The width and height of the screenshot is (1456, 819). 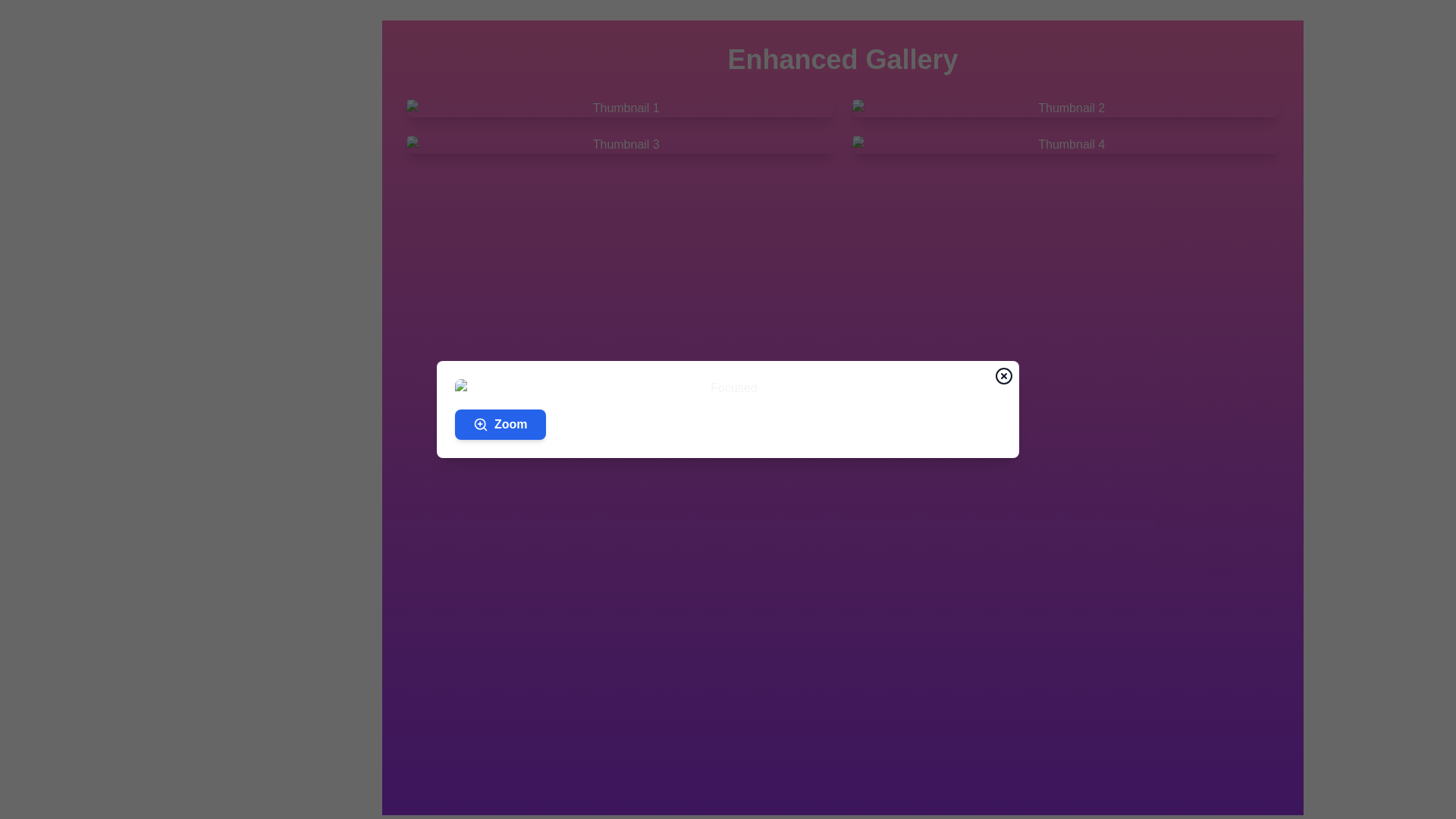 What do you see at coordinates (620, 145) in the screenshot?
I see `the third thumbnail item in the gallery, which is located in the second row and first column of the grid` at bounding box center [620, 145].